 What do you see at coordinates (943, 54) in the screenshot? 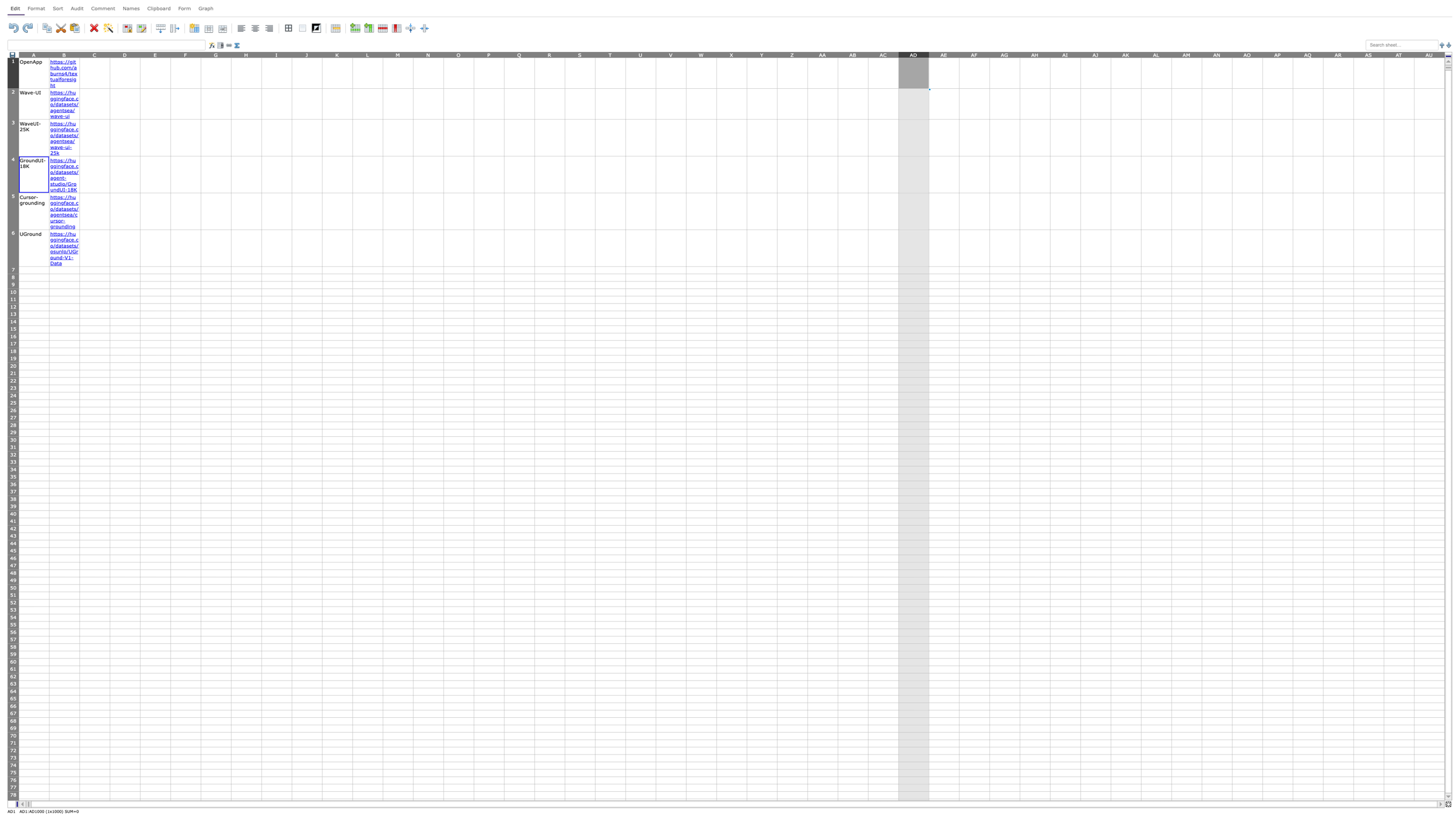
I see `column AE` at bounding box center [943, 54].